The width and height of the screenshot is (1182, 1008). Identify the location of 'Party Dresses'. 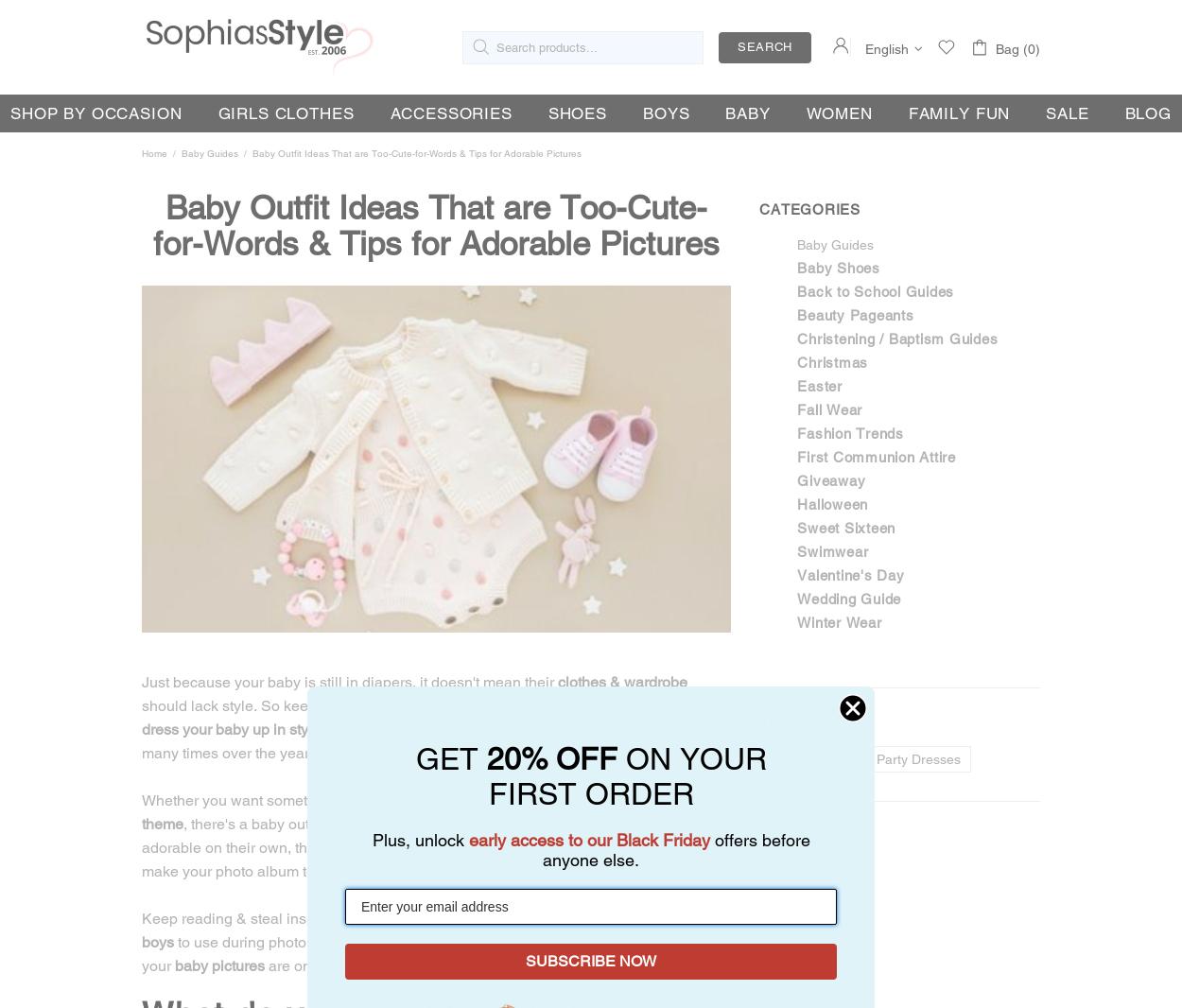
(917, 759).